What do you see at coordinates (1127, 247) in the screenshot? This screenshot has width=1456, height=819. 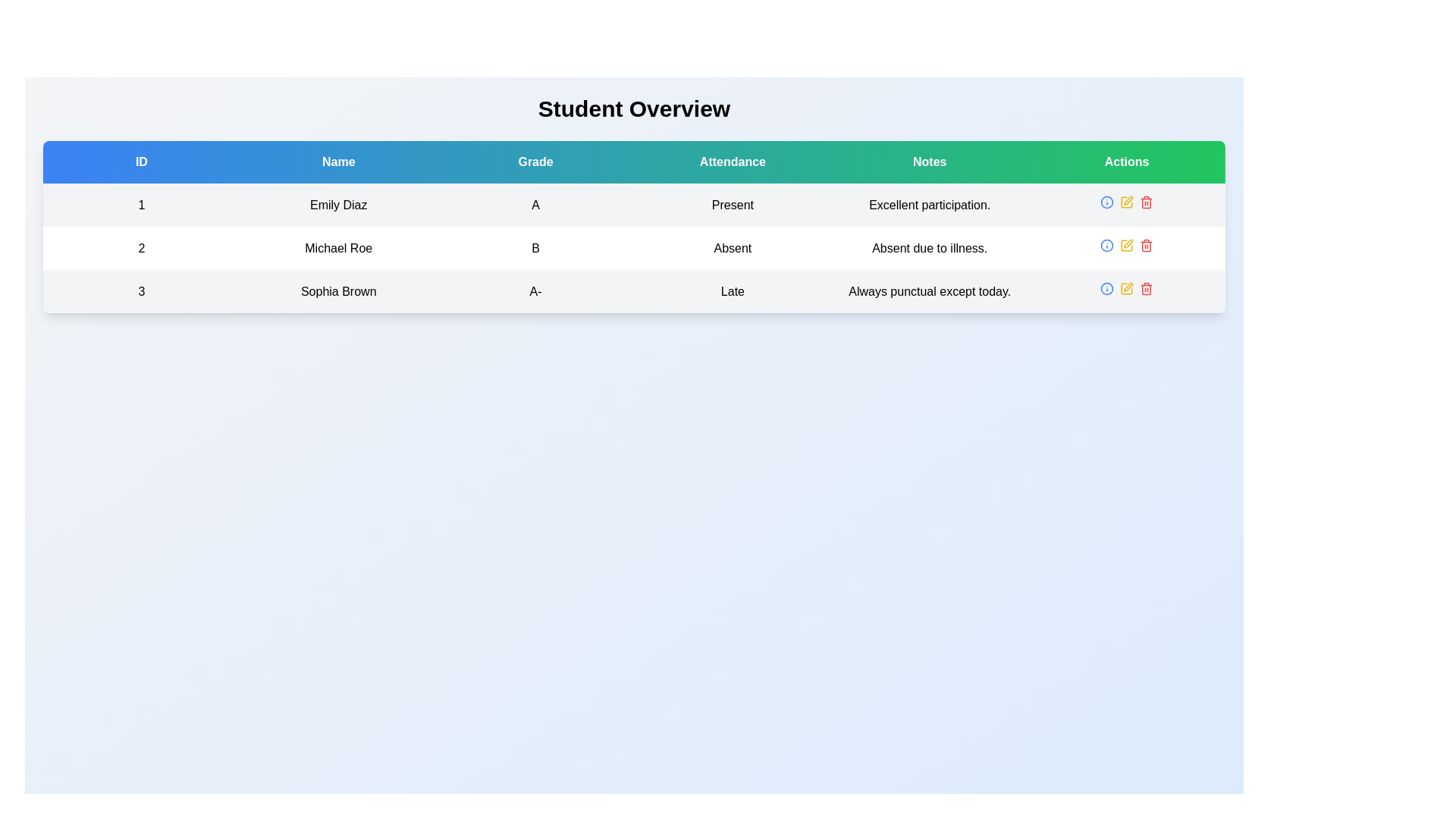 I see `the Icon Button located in the 'Actions' column of the second row corresponding to 'Michael Roe' to invoke the edit action` at bounding box center [1127, 247].